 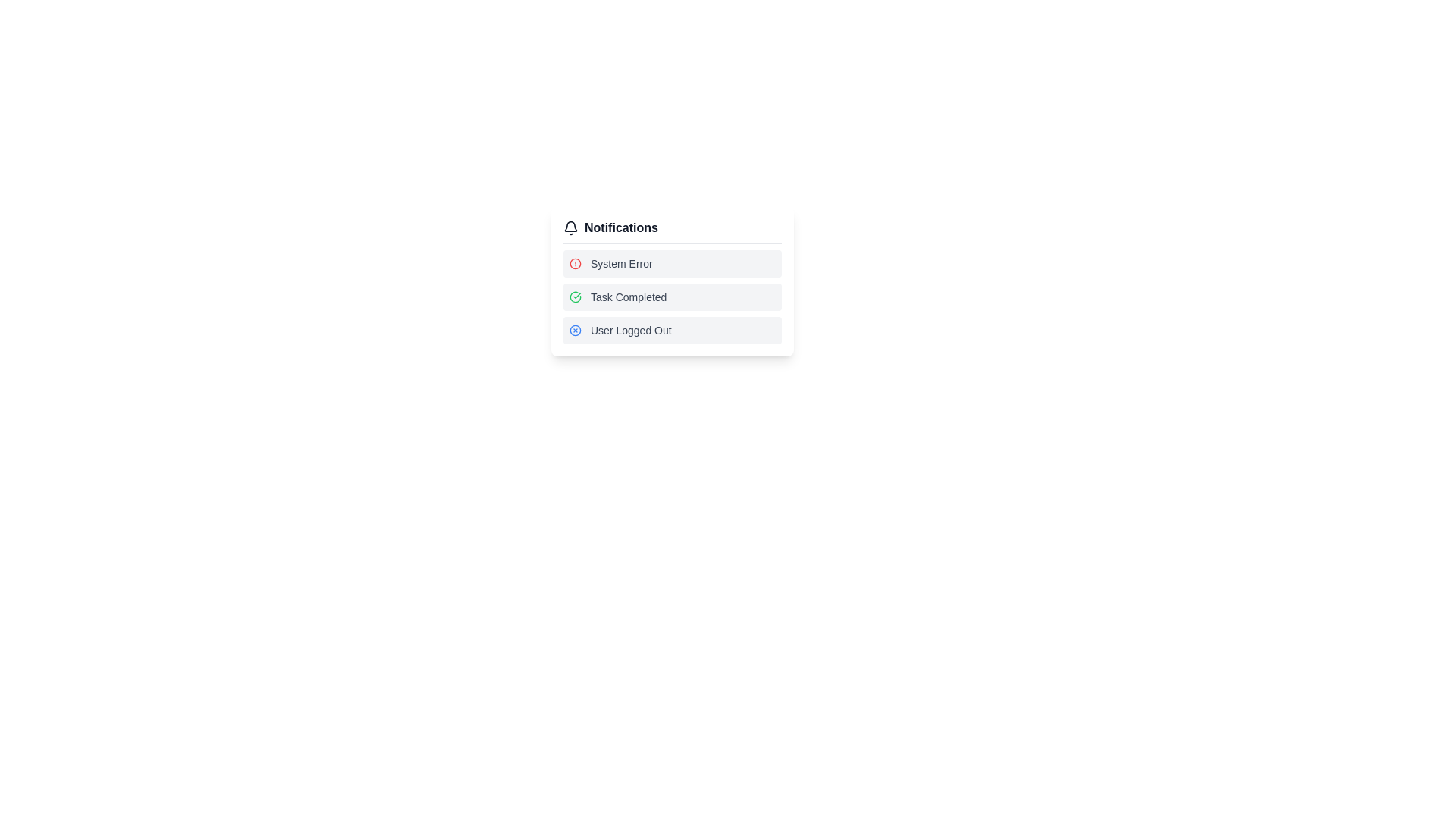 I want to click on the 'User Logged Out' text label displayed in a small gray font, which is located within a notification entry in the third position of a vertically aligned list, so click(x=631, y=329).